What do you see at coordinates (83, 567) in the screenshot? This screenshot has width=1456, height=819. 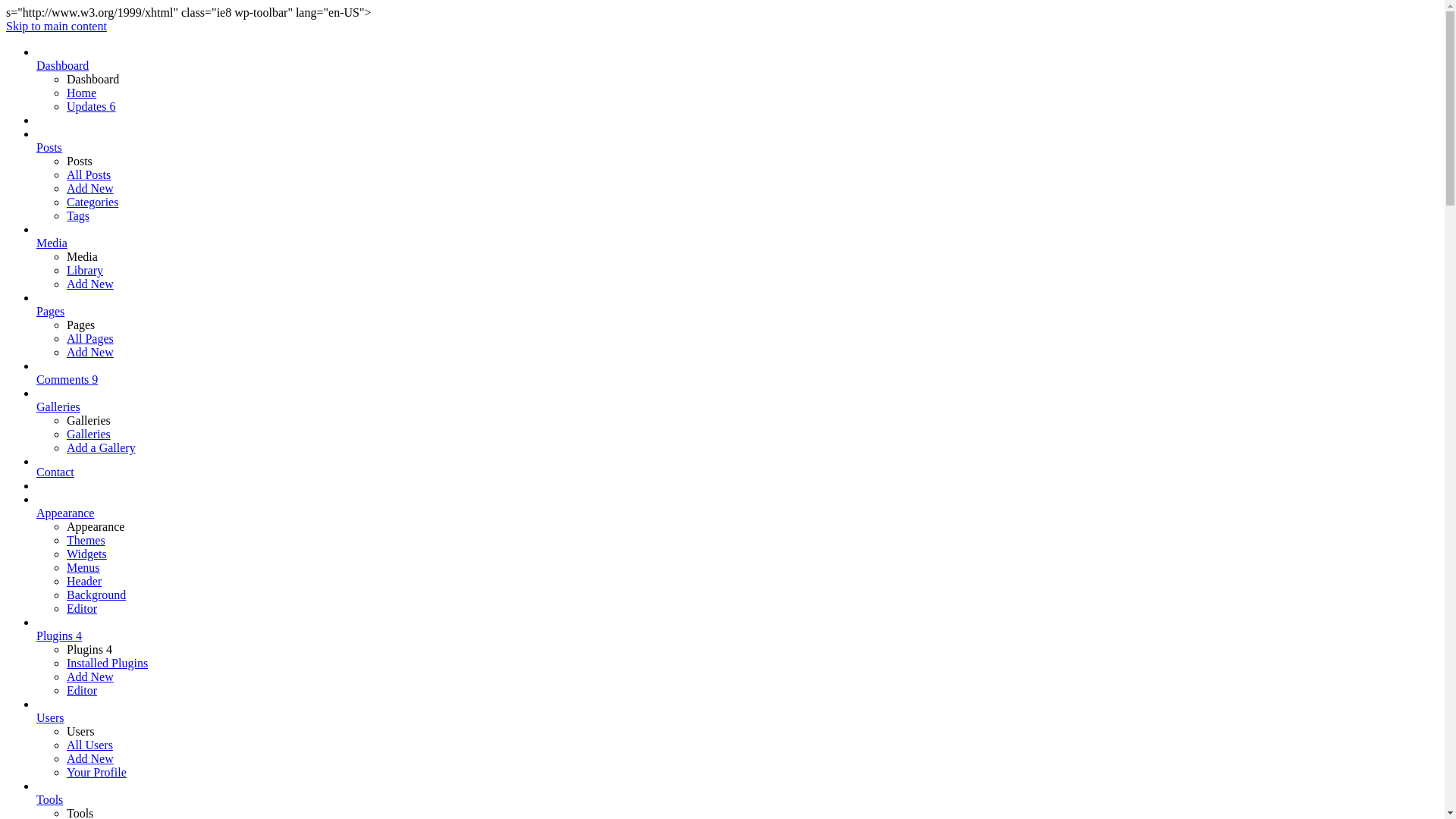 I see `'Menus'` at bounding box center [83, 567].